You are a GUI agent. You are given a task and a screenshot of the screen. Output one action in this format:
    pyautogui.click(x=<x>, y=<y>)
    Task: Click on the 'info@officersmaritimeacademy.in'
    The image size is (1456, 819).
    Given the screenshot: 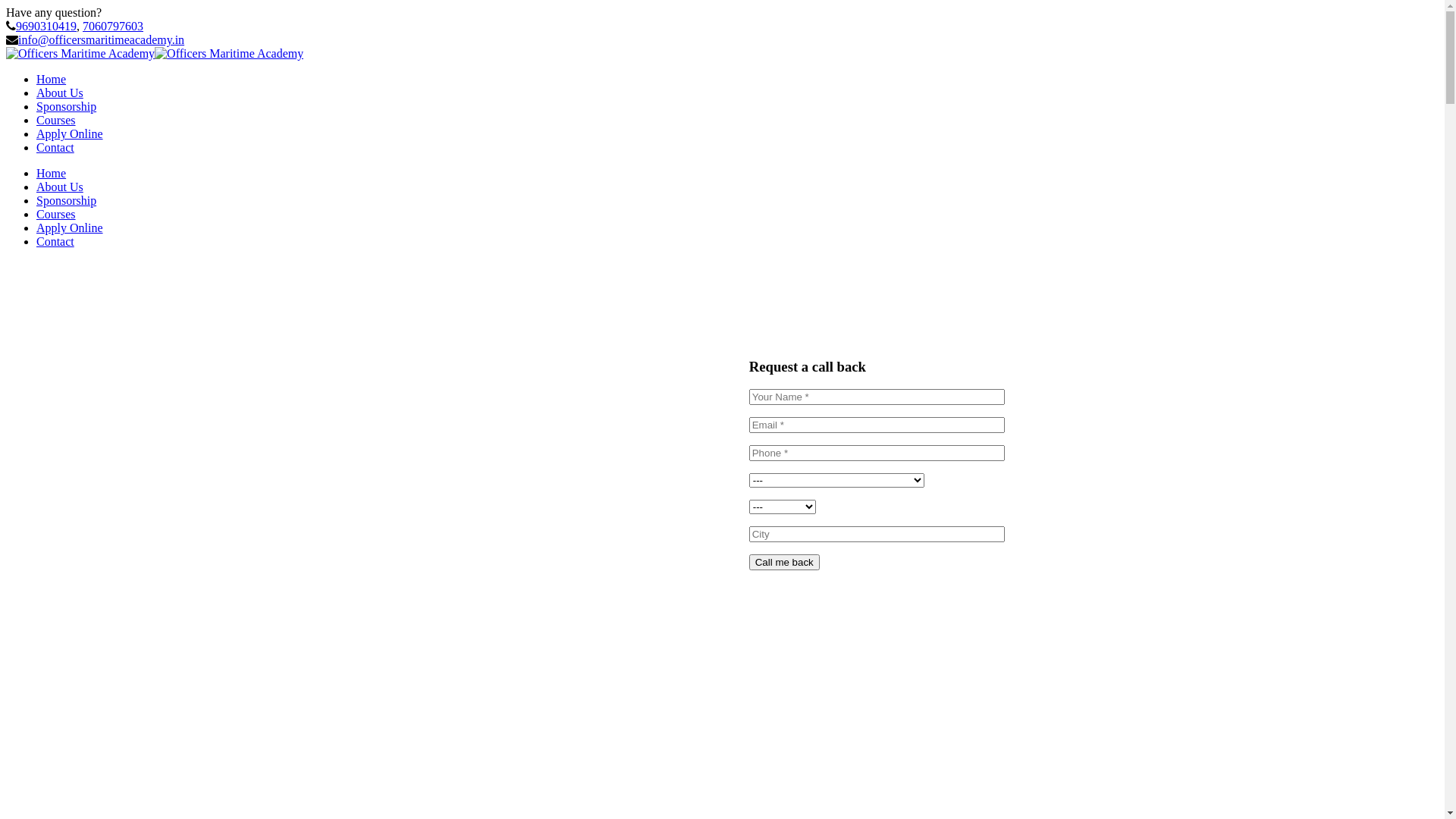 What is the action you would take?
    pyautogui.click(x=100, y=39)
    